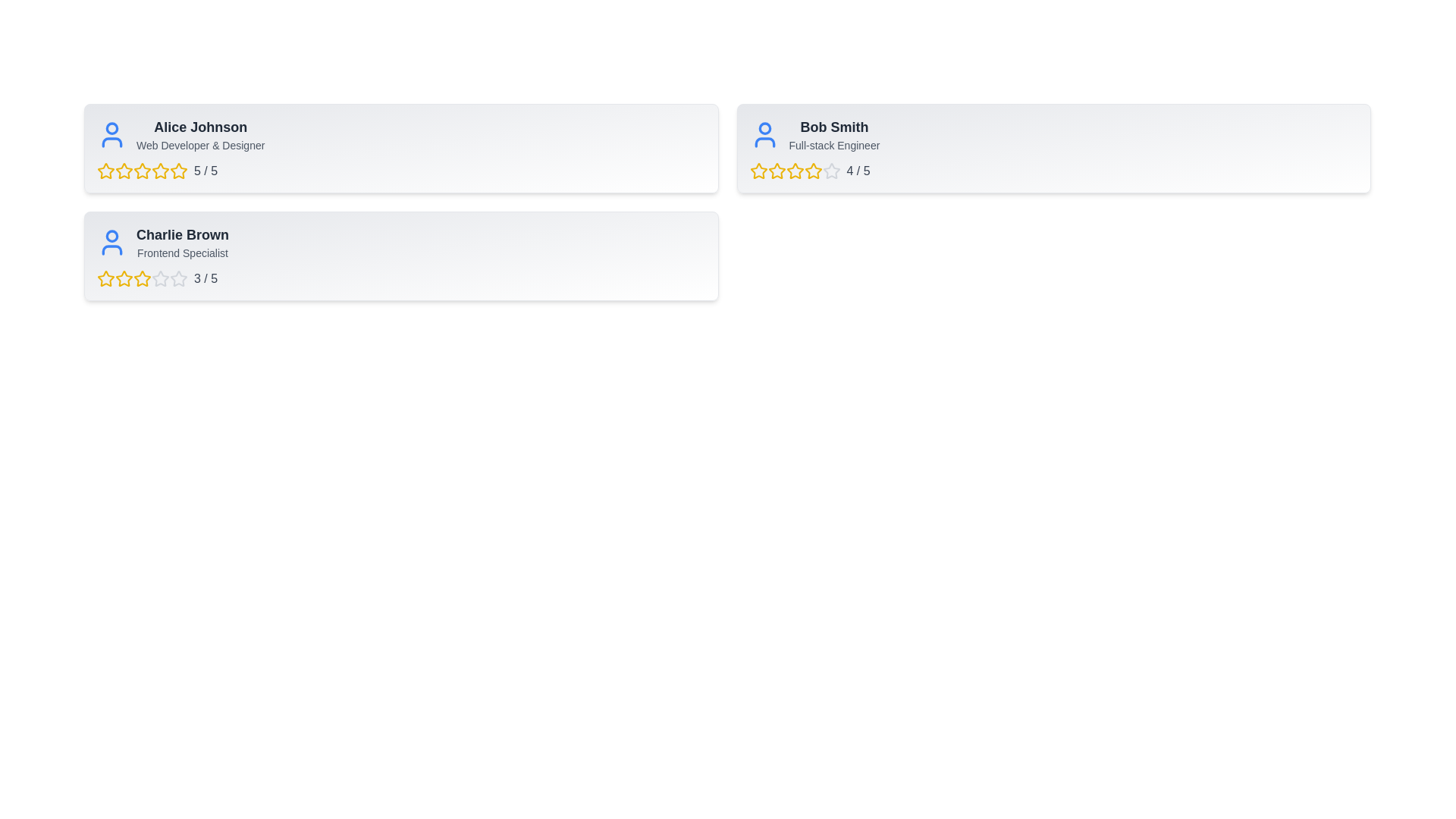 The height and width of the screenshot is (819, 1456). What do you see at coordinates (777, 171) in the screenshot?
I see `the 2 star for the user Bob Smith to set their rating` at bounding box center [777, 171].